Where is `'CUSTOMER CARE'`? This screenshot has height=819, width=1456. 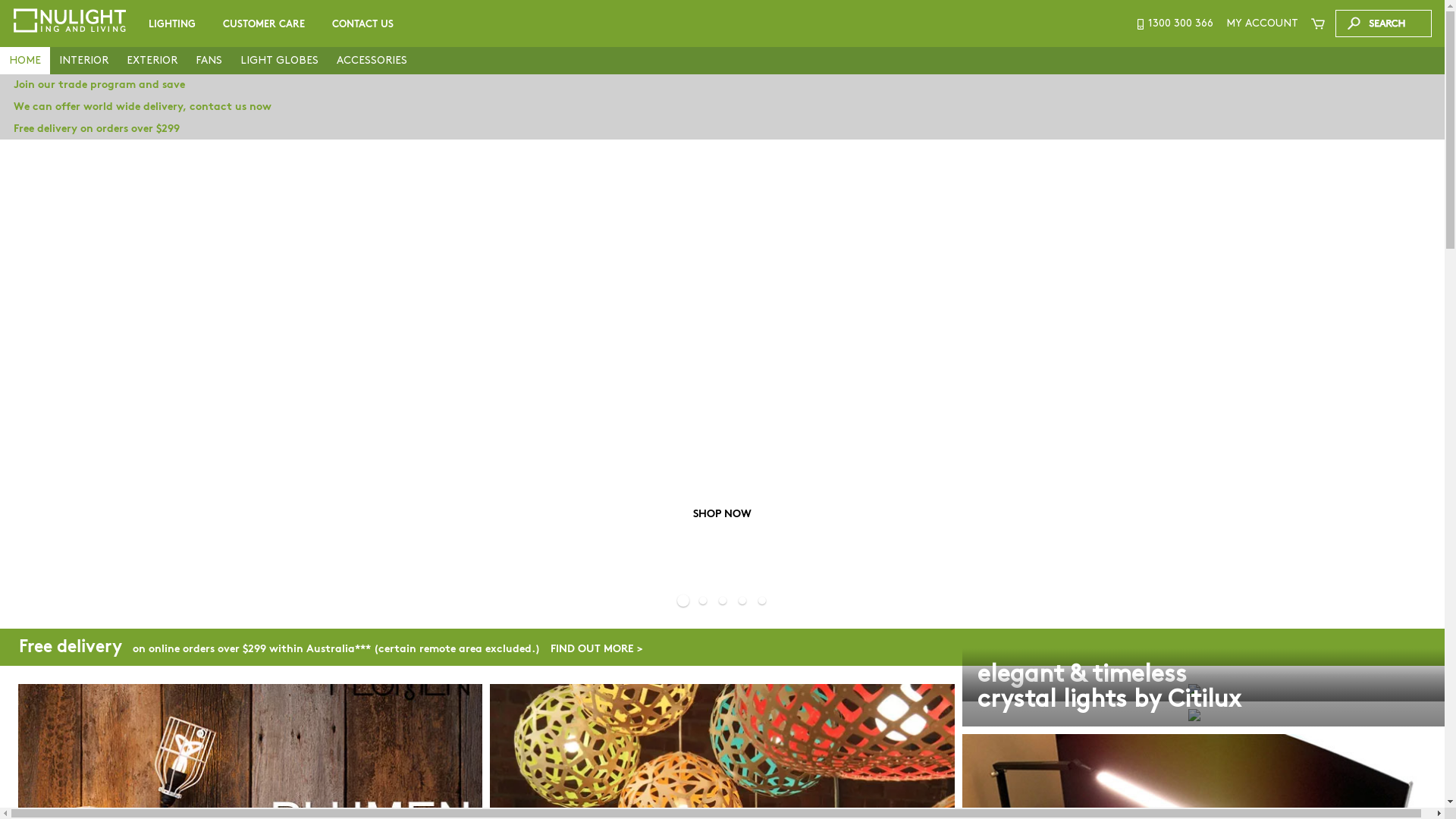 'CUSTOMER CARE' is located at coordinates (264, 24).